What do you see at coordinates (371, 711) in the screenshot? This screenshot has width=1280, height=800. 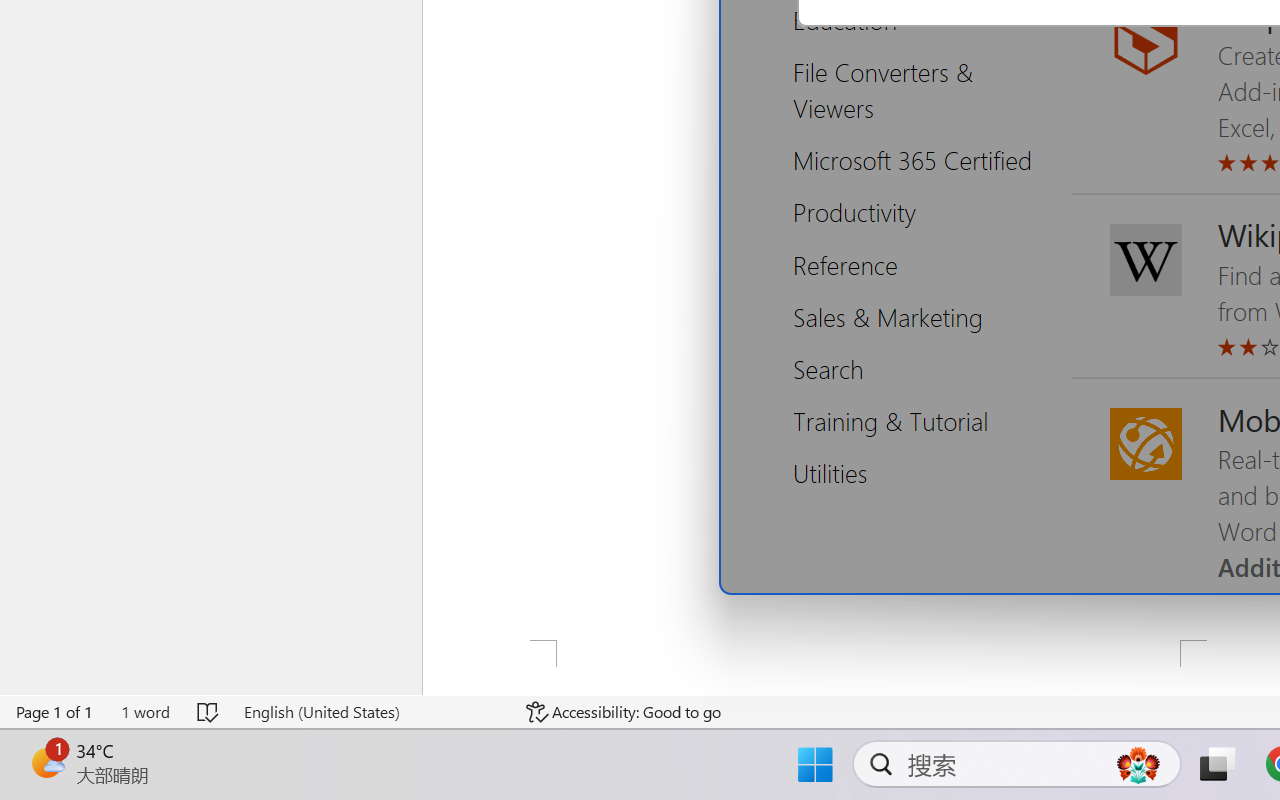 I see `'Language English (United States)'` at bounding box center [371, 711].